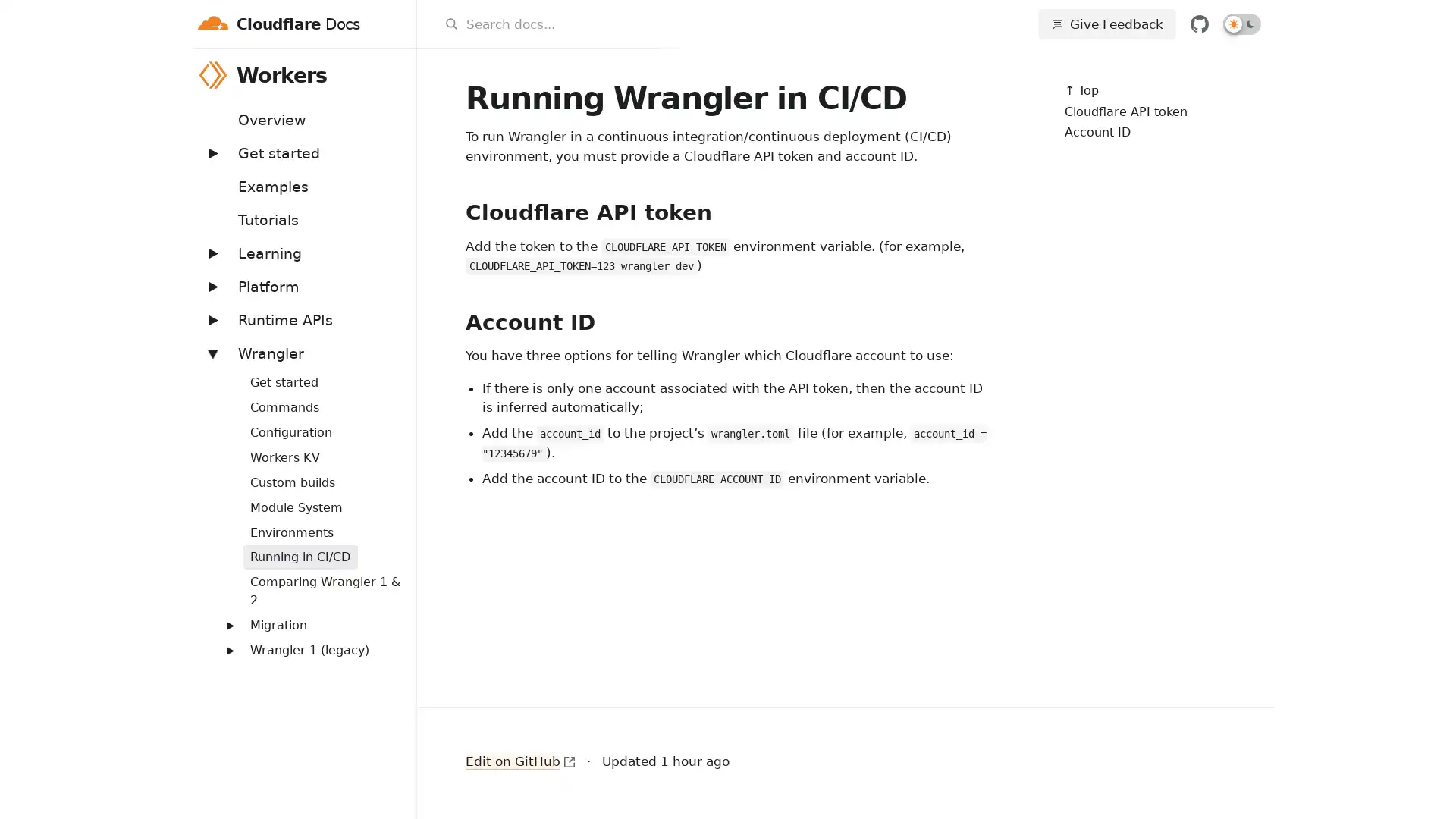 Image resolution: width=1456 pixels, height=819 pixels. I want to click on Expand: Runtime APIs, so click(211, 318).